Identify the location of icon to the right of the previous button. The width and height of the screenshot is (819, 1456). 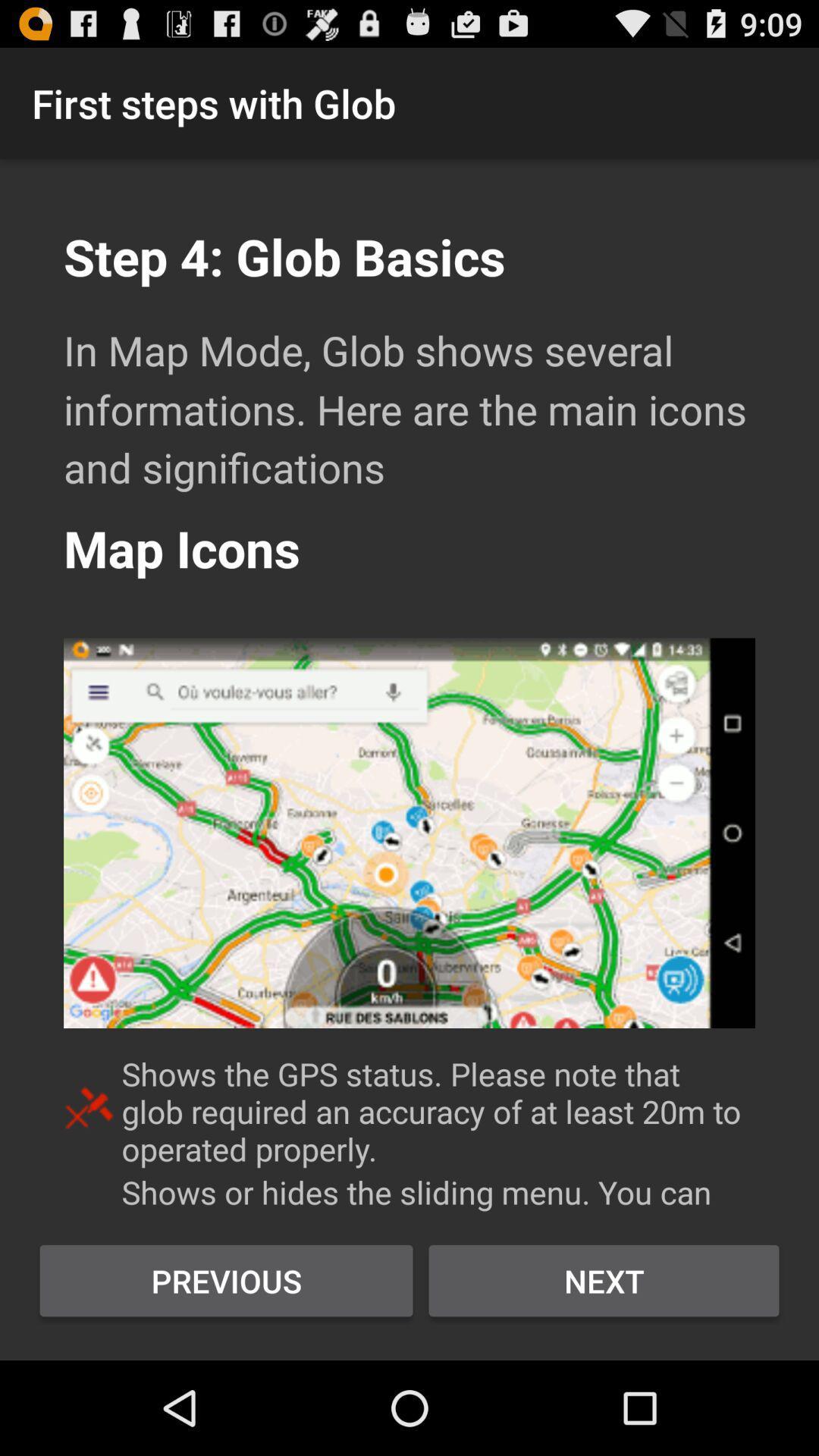
(603, 1280).